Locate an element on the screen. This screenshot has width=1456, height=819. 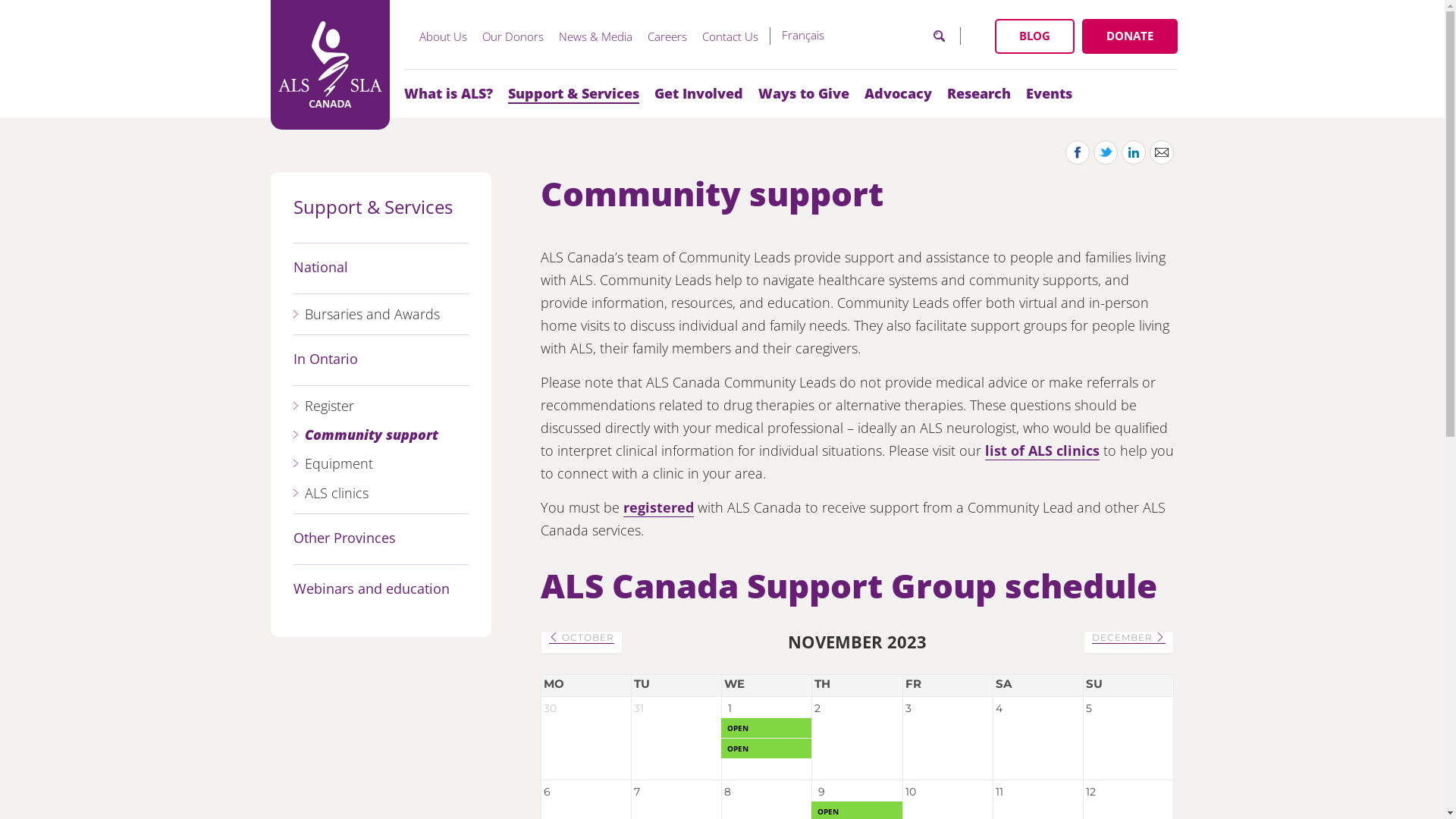
'Equipment' is located at coordinates (337, 463).